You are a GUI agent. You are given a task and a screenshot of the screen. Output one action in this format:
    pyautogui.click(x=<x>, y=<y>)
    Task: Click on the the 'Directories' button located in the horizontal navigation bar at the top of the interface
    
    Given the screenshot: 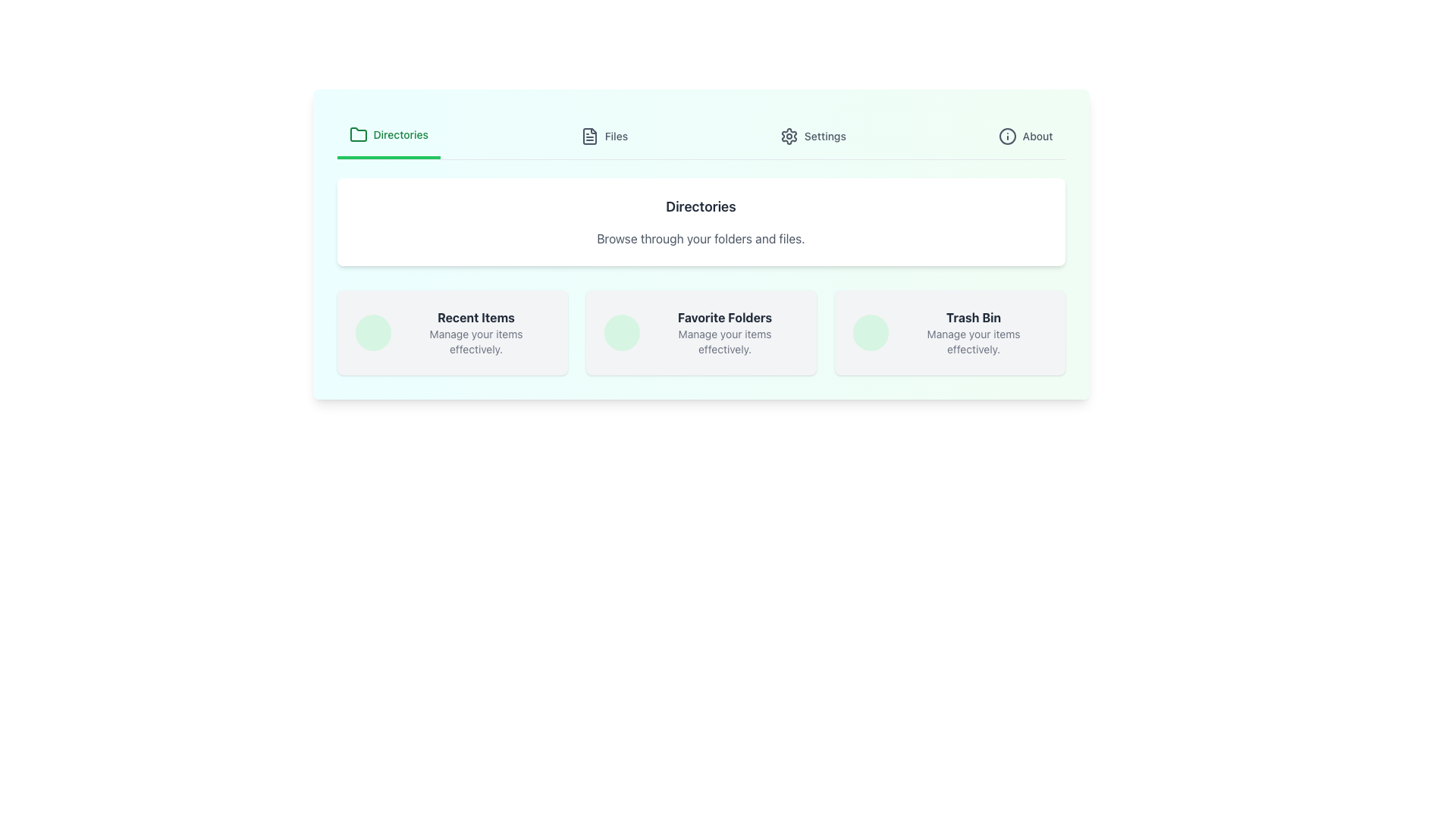 What is the action you would take?
    pyautogui.click(x=388, y=136)
    